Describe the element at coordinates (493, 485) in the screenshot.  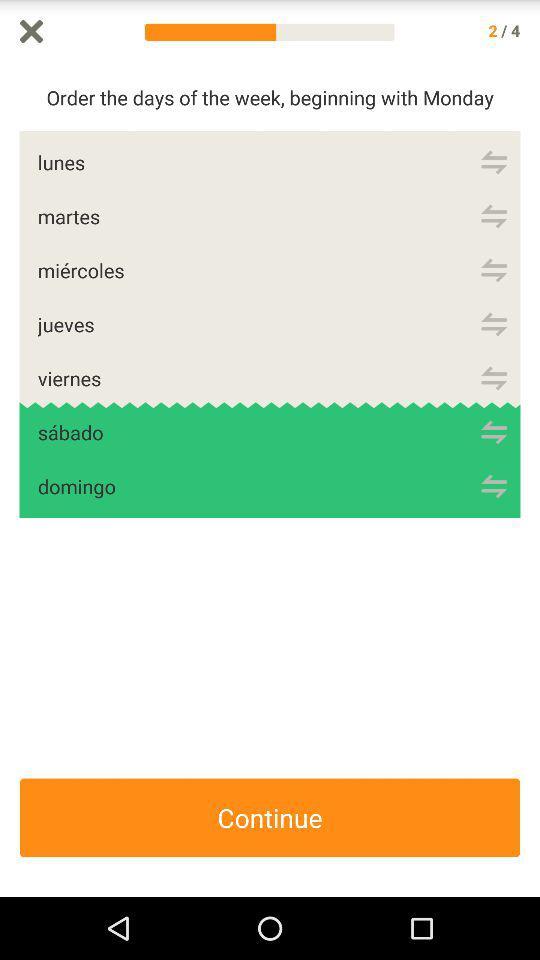
I see `domingo` at that location.